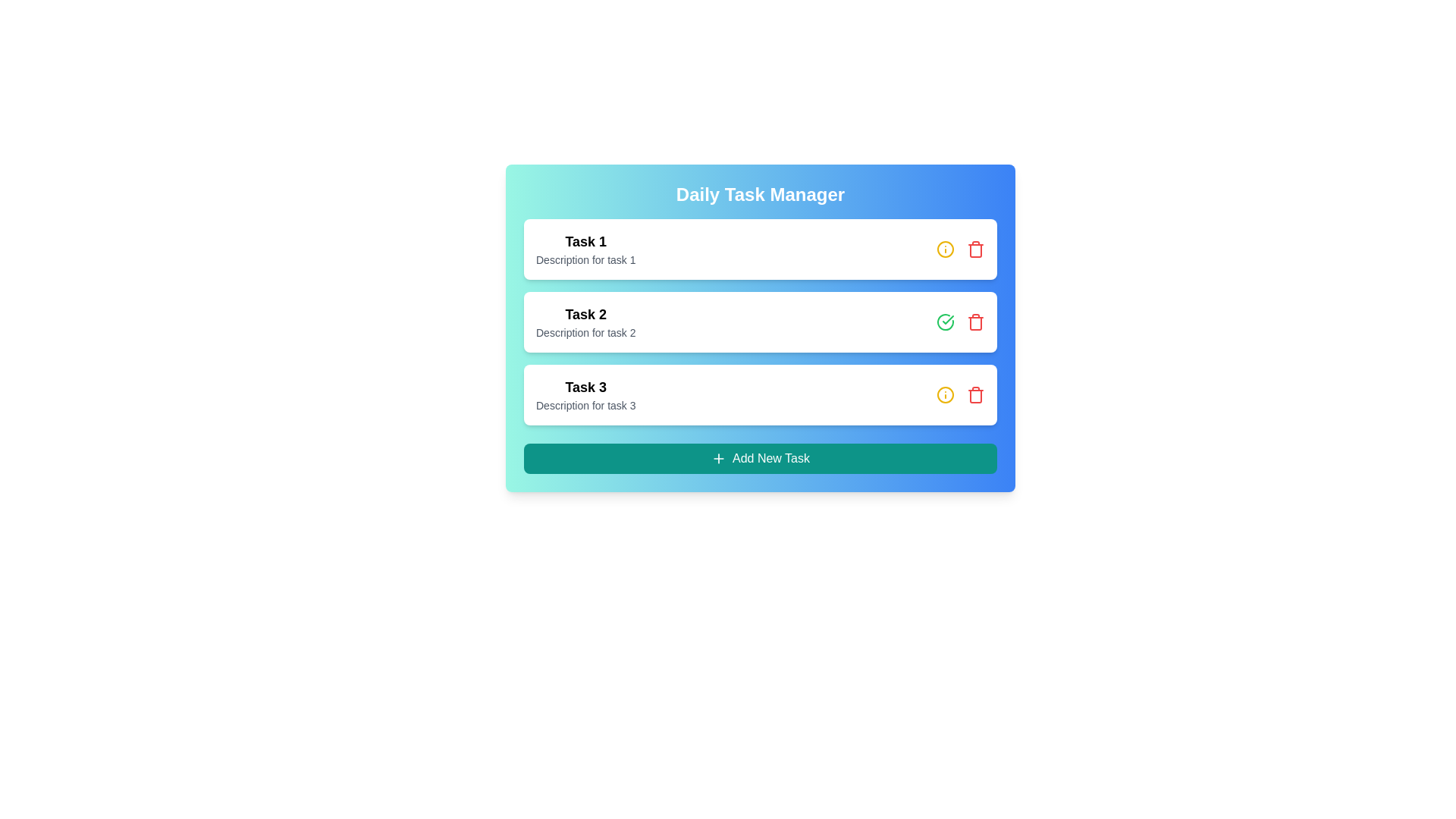  Describe the element at coordinates (761, 458) in the screenshot. I see `'Add New Task' button to initiate the process of adding a new task` at that location.